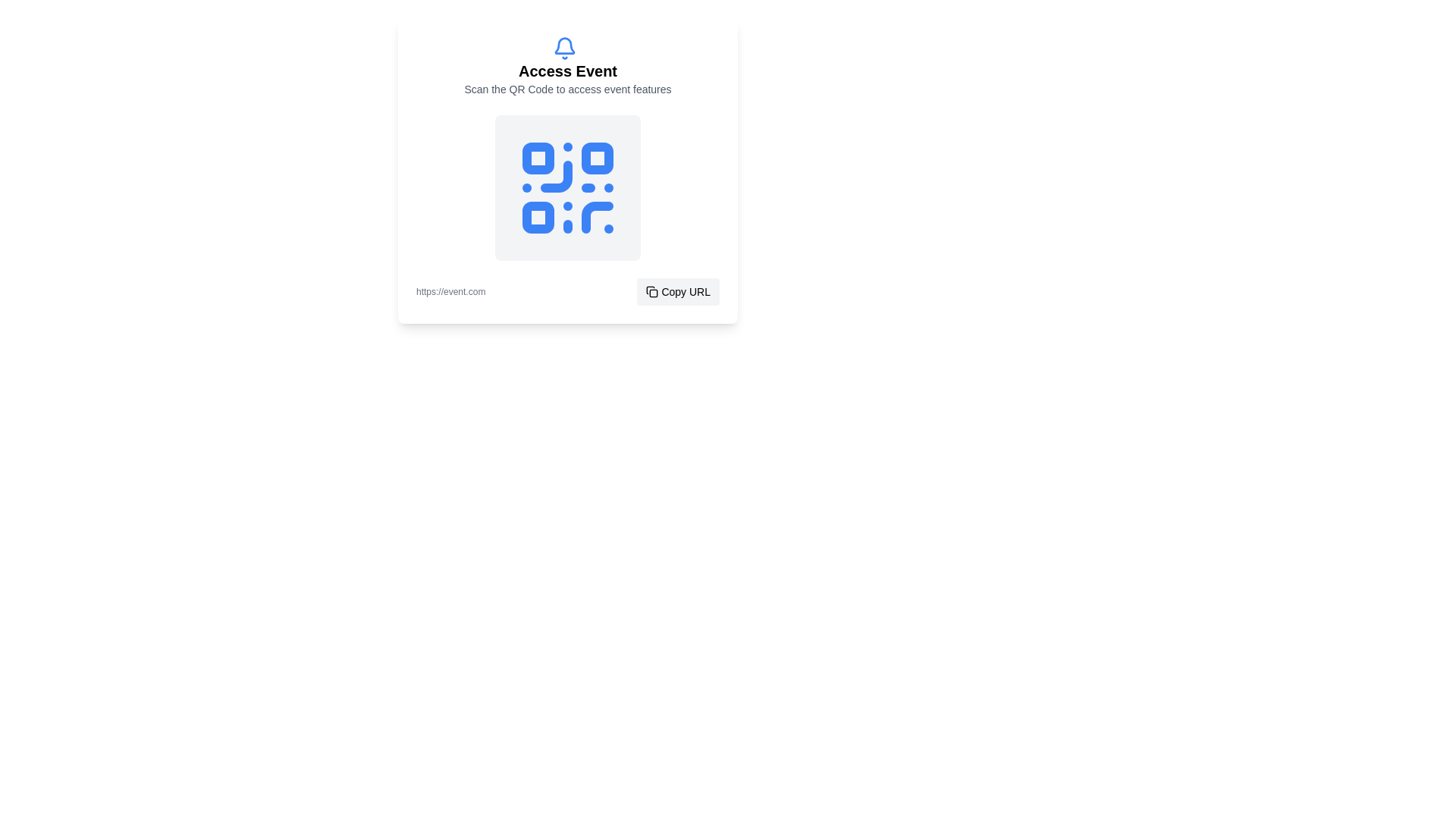 The image size is (1456, 819). Describe the element at coordinates (566, 71) in the screenshot. I see `the text label displaying 'Access Event', which is prominently styled in bold and larger font, located centrally below the bell icon and above the descriptive text` at that location.